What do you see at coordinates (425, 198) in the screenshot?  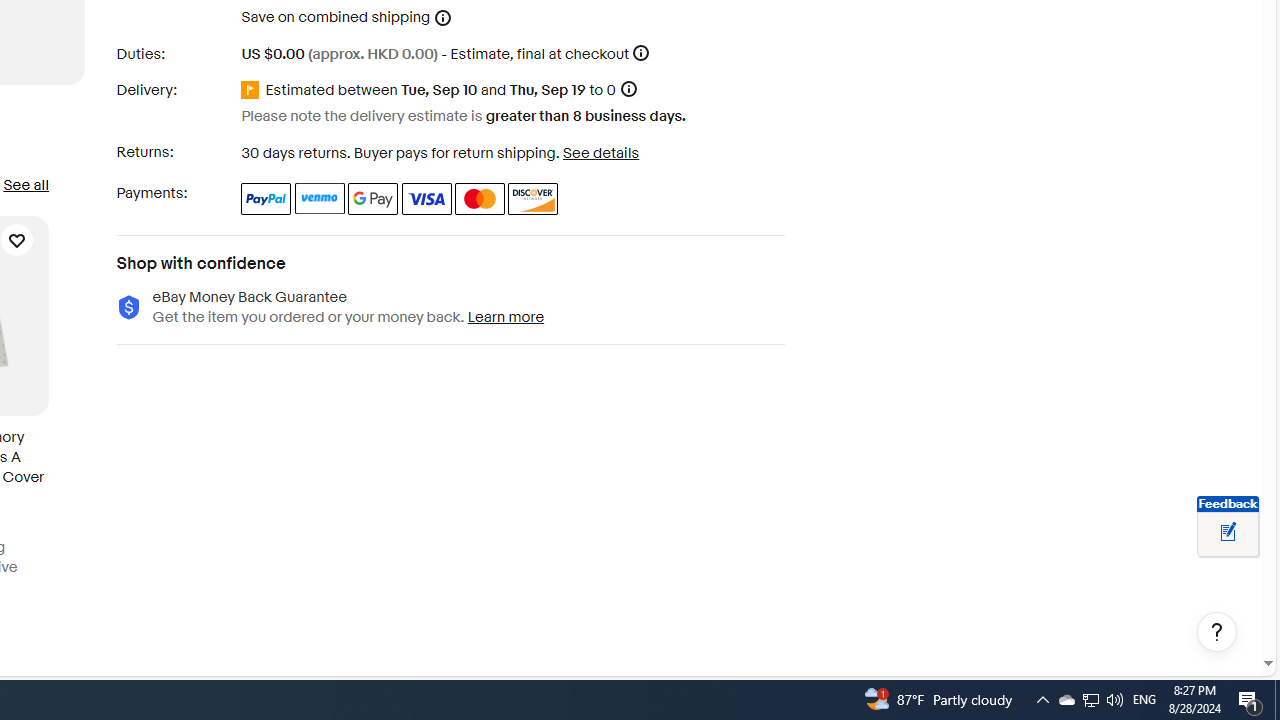 I see `'Visa'` at bounding box center [425, 198].